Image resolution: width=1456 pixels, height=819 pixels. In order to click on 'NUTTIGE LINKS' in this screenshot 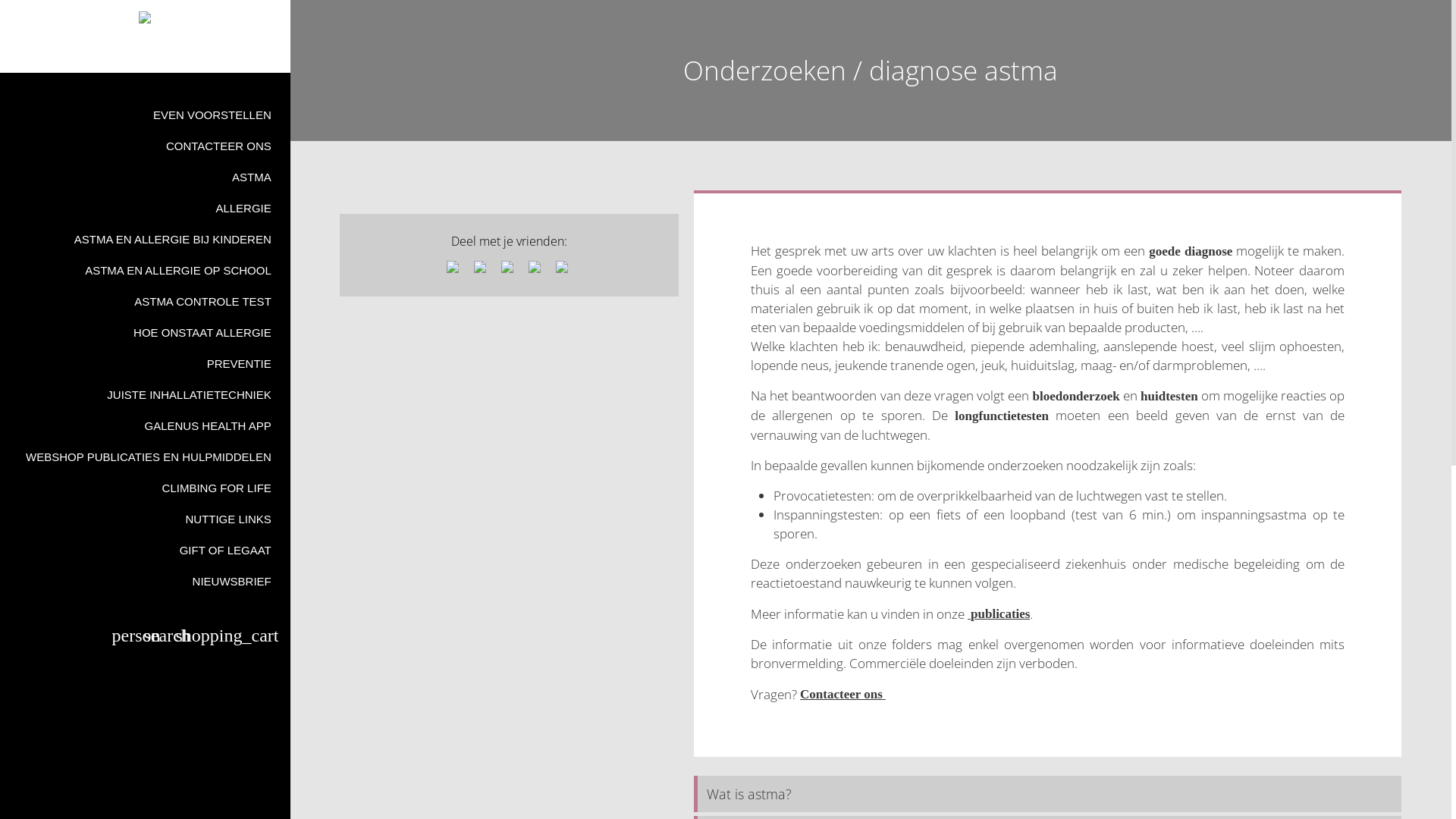, I will do `click(0, 518)`.